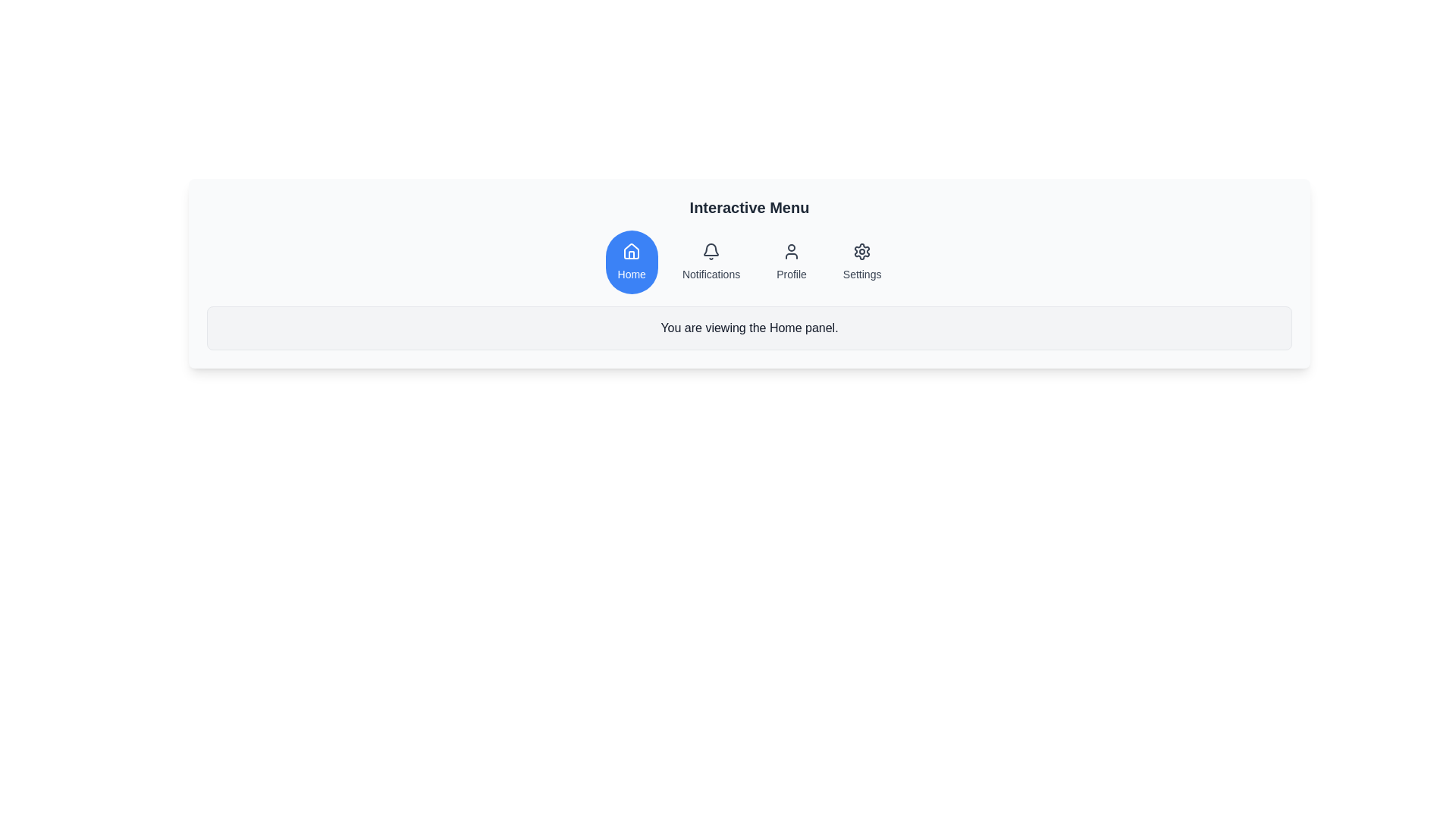 This screenshot has width=1456, height=819. Describe the element at coordinates (791, 262) in the screenshot. I see `the 'Profile' button in the navigation bar` at that location.